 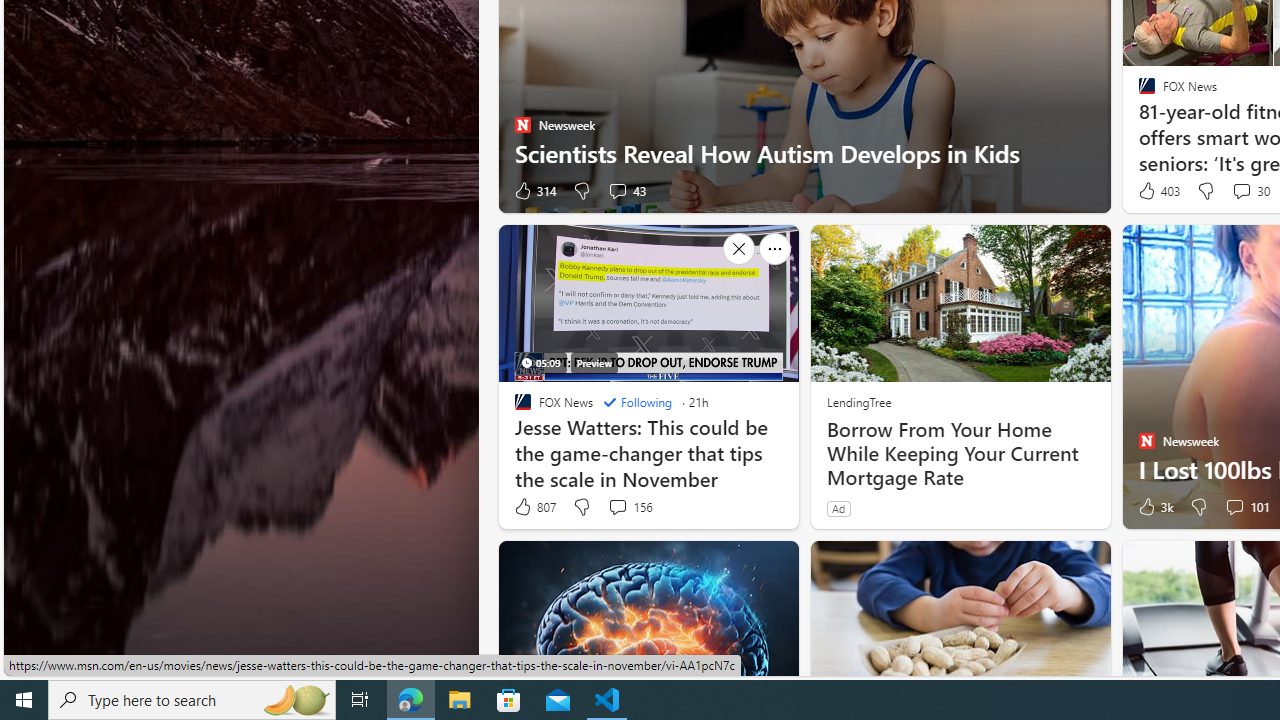 What do you see at coordinates (625, 191) in the screenshot?
I see `'View comments 43 Comment'` at bounding box center [625, 191].